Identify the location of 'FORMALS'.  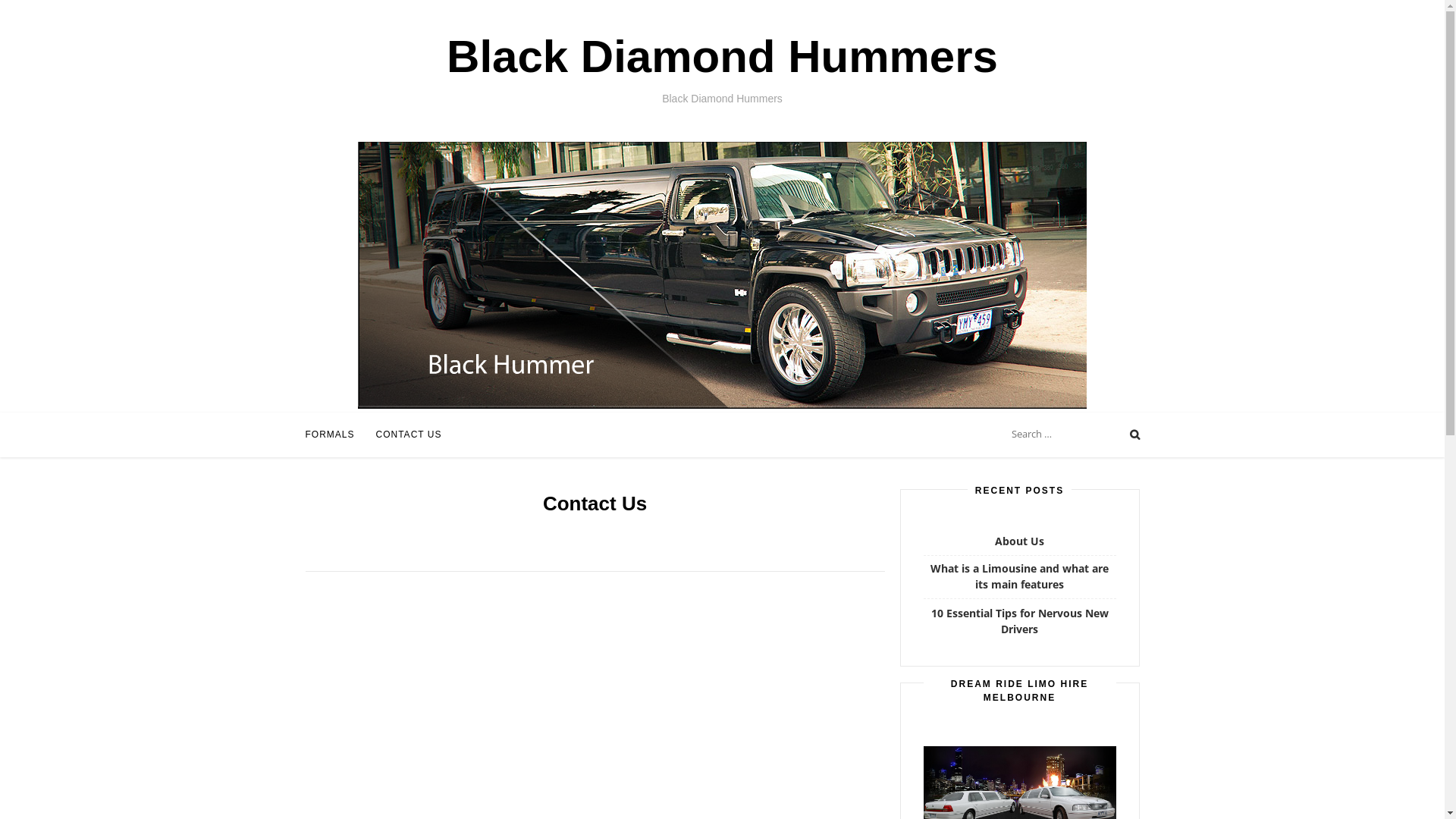
(328, 435).